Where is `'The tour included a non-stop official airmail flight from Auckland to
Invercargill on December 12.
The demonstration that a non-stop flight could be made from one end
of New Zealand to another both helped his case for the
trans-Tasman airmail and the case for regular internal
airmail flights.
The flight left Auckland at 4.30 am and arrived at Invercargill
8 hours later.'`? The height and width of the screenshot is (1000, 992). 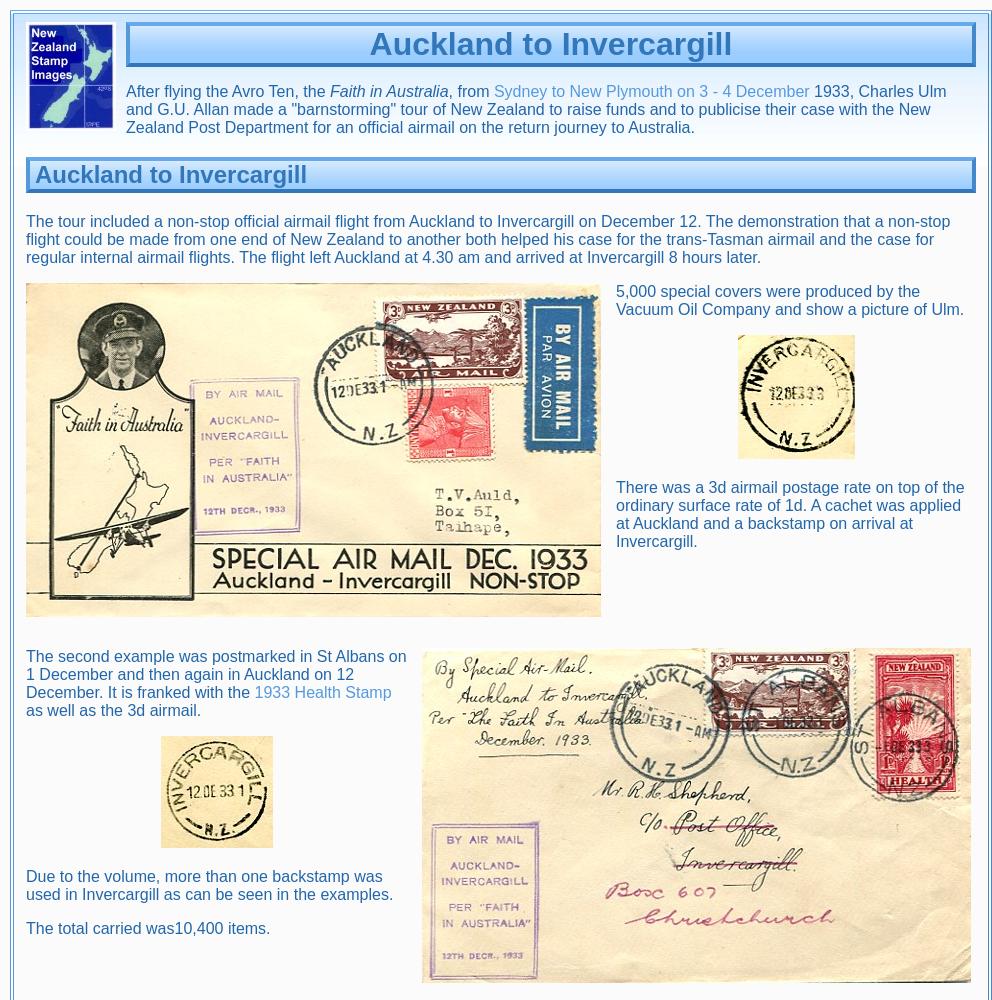 'The tour included a non-stop official airmail flight from Auckland to
Invercargill on December 12.
The demonstration that a non-stop flight could be made from one end
of New Zealand to another both helped his case for the
trans-Tasman airmail and the case for regular internal
airmail flights.
The flight left Auckland at 4.30 am and arrived at Invercargill
8 hours later.' is located at coordinates (24, 237).